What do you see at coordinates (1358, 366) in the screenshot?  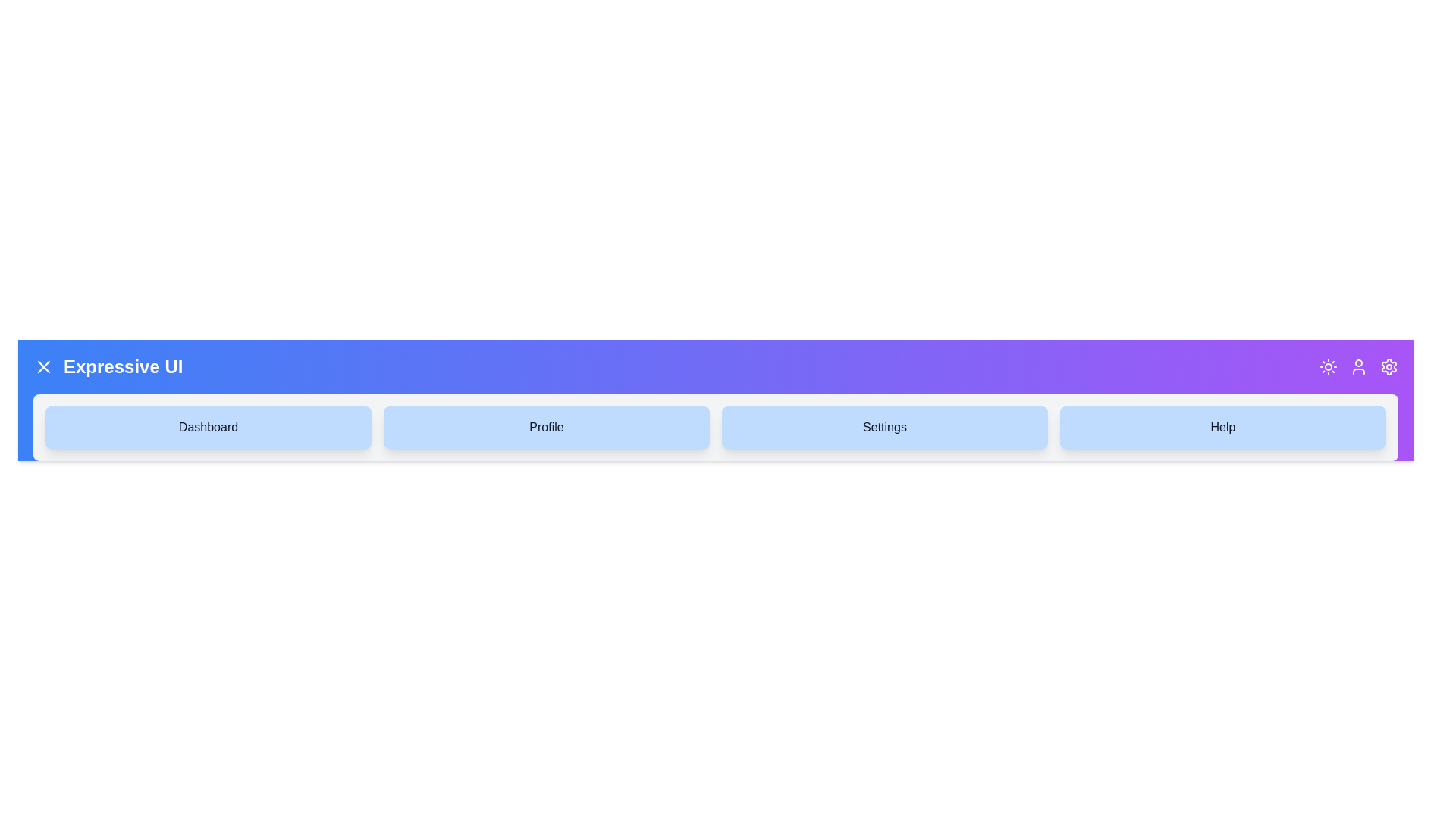 I see `the User button in the top right corner of the app bar` at bounding box center [1358, 366].